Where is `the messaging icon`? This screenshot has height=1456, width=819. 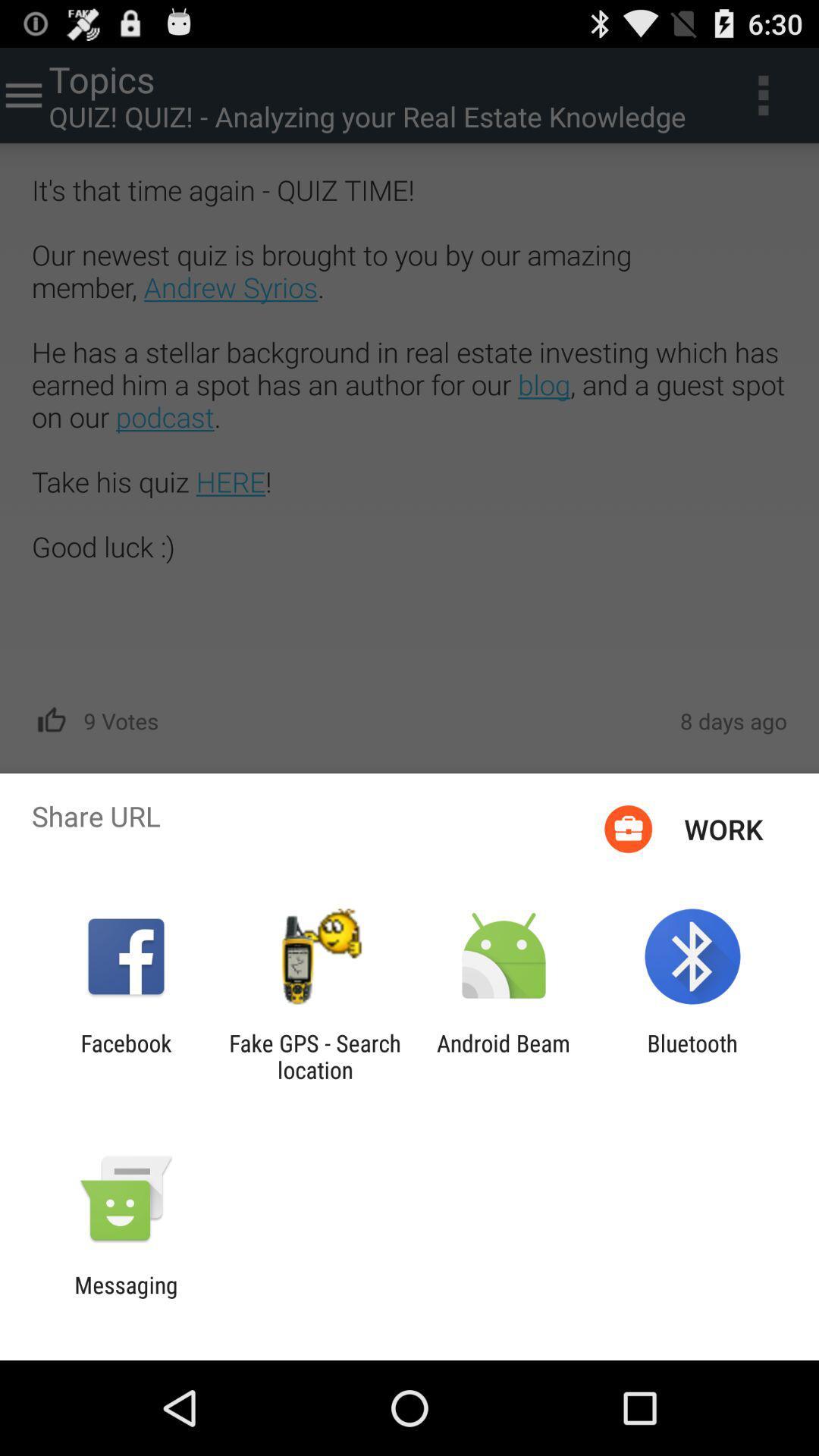
the messaging icon is located at coordinates (125, 1298).